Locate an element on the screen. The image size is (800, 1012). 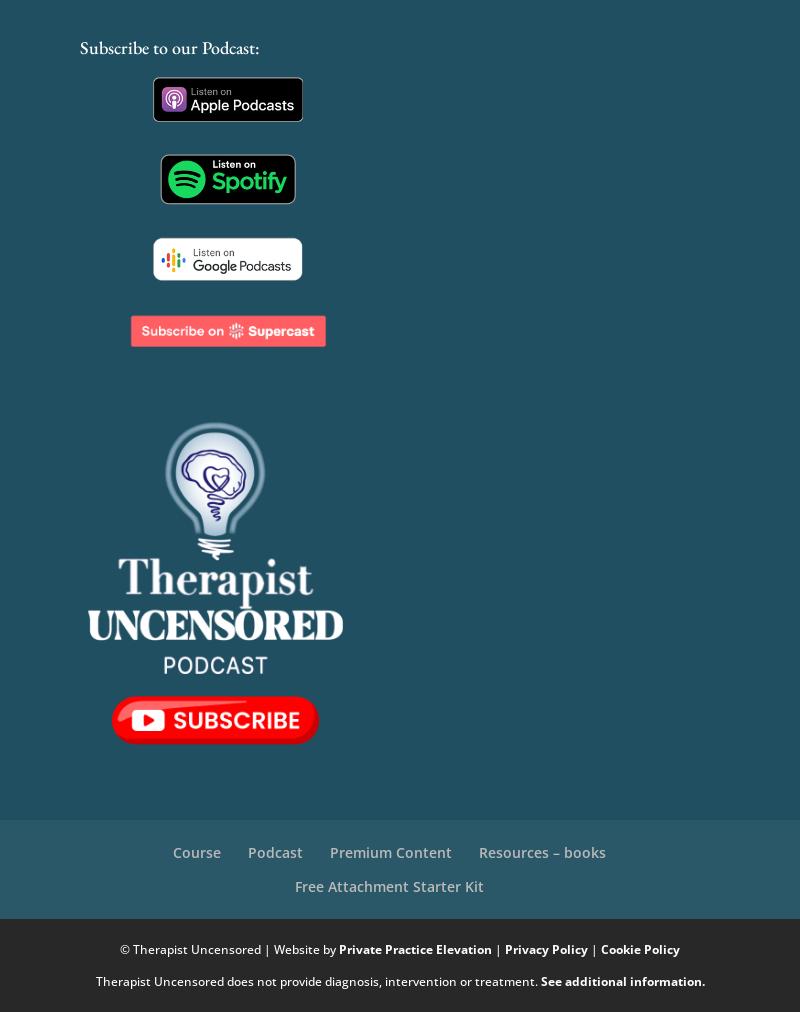
'Free Attachment Starter Kit' is located at coordinates (387, 886).